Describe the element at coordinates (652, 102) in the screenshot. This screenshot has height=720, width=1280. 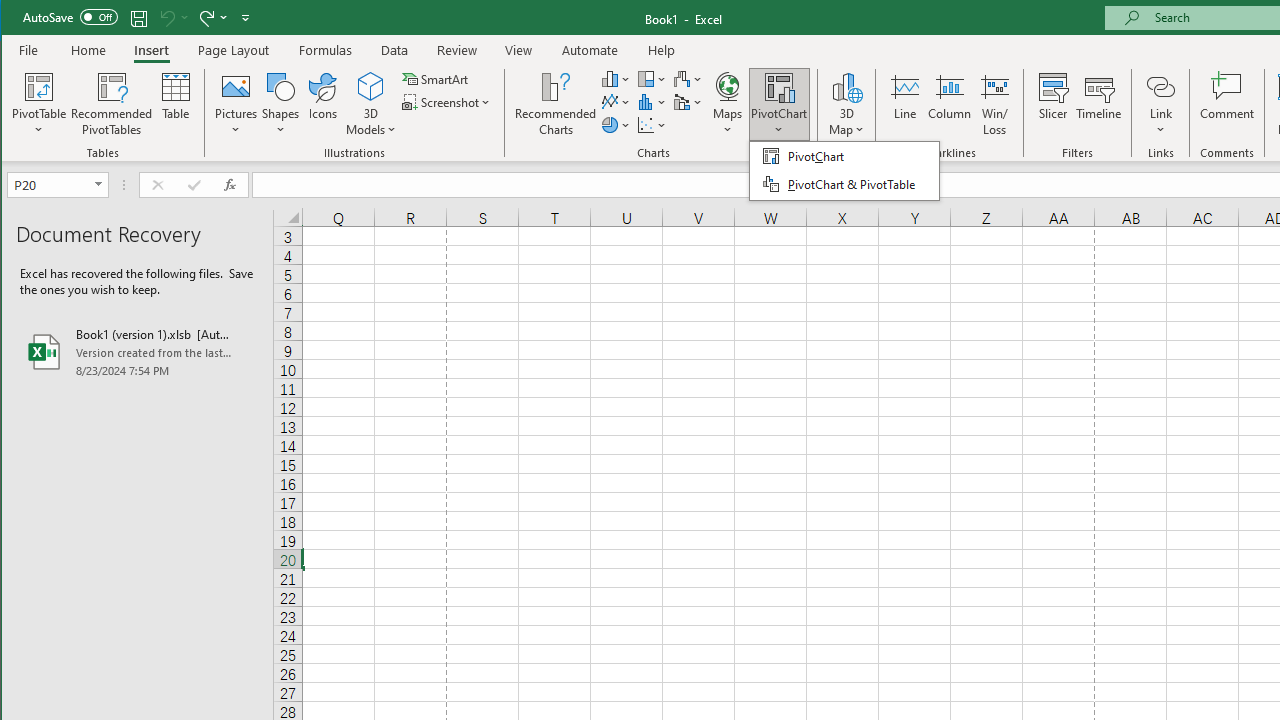
I see `'Insert Statistic Chart'` at that location.